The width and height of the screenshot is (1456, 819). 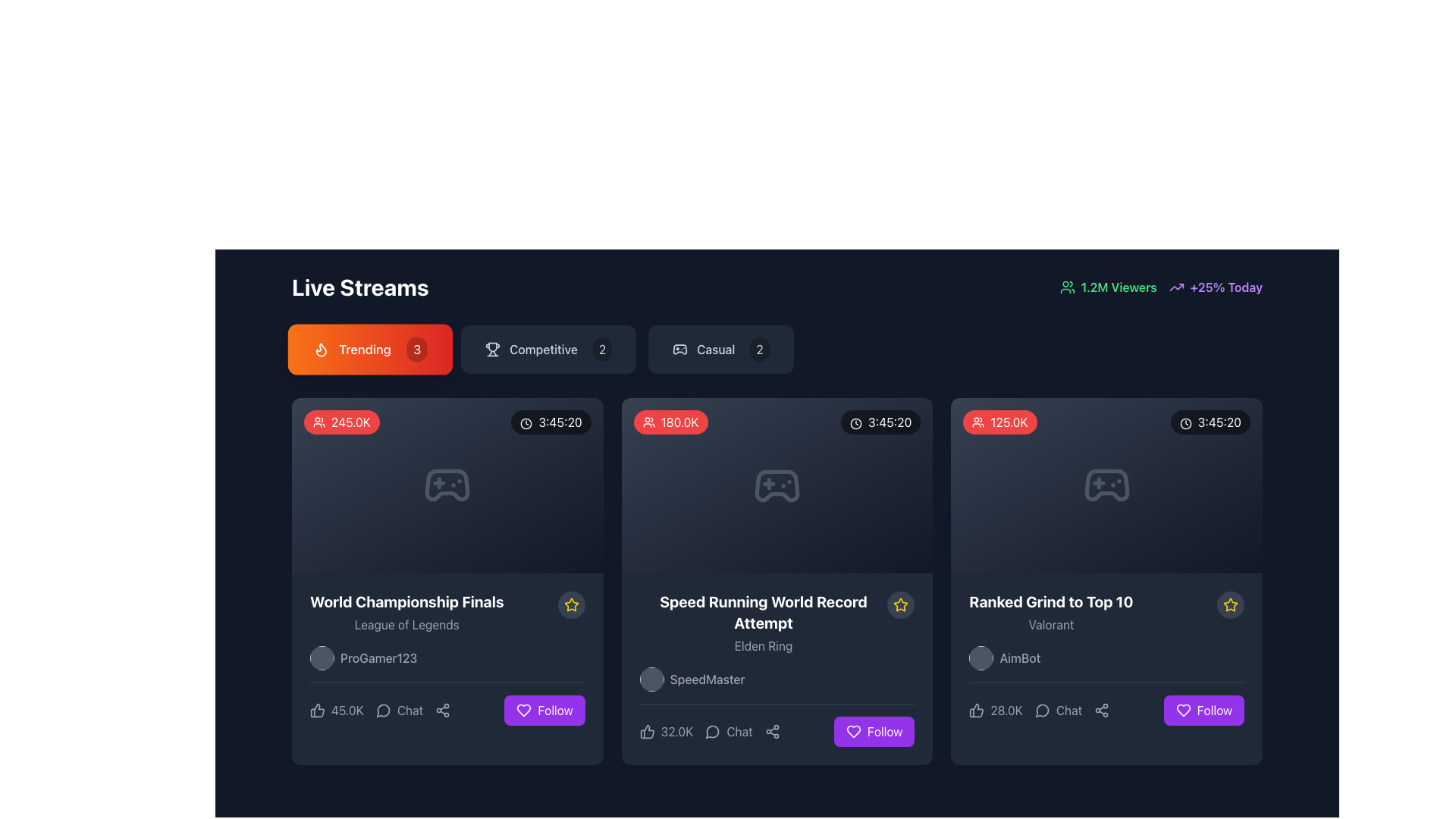 I want to click on the text label displaying 'League of Legends', which is styled in a smaller, gray font and positioned directly below the bold title 'World Championship Finals', so click(x=406, y=624).